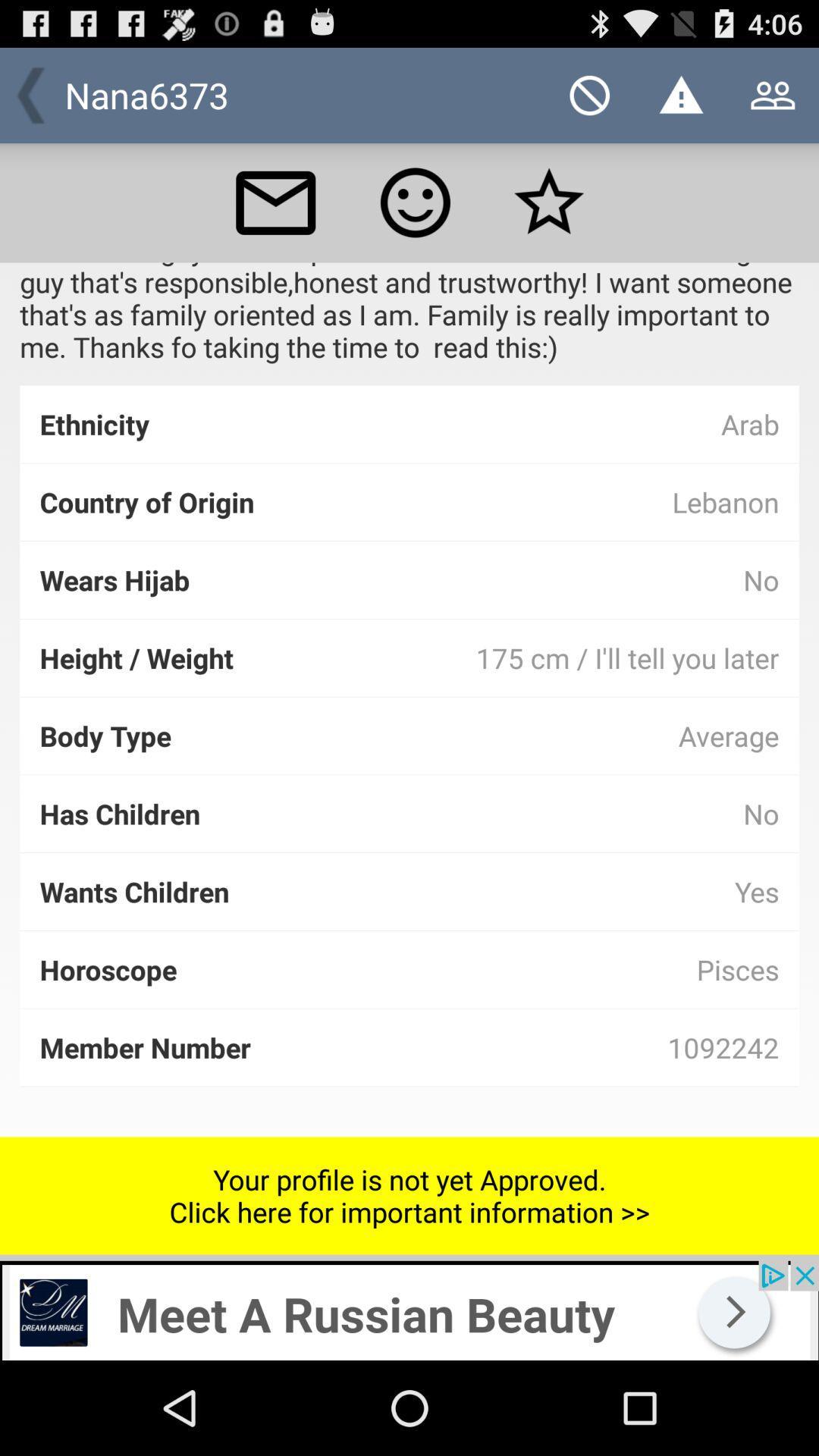 The height and width of the screenshot is (1456, 819). Describe the element at coordinates (415, 202) in the screenshot. I see `rating button` at that location.